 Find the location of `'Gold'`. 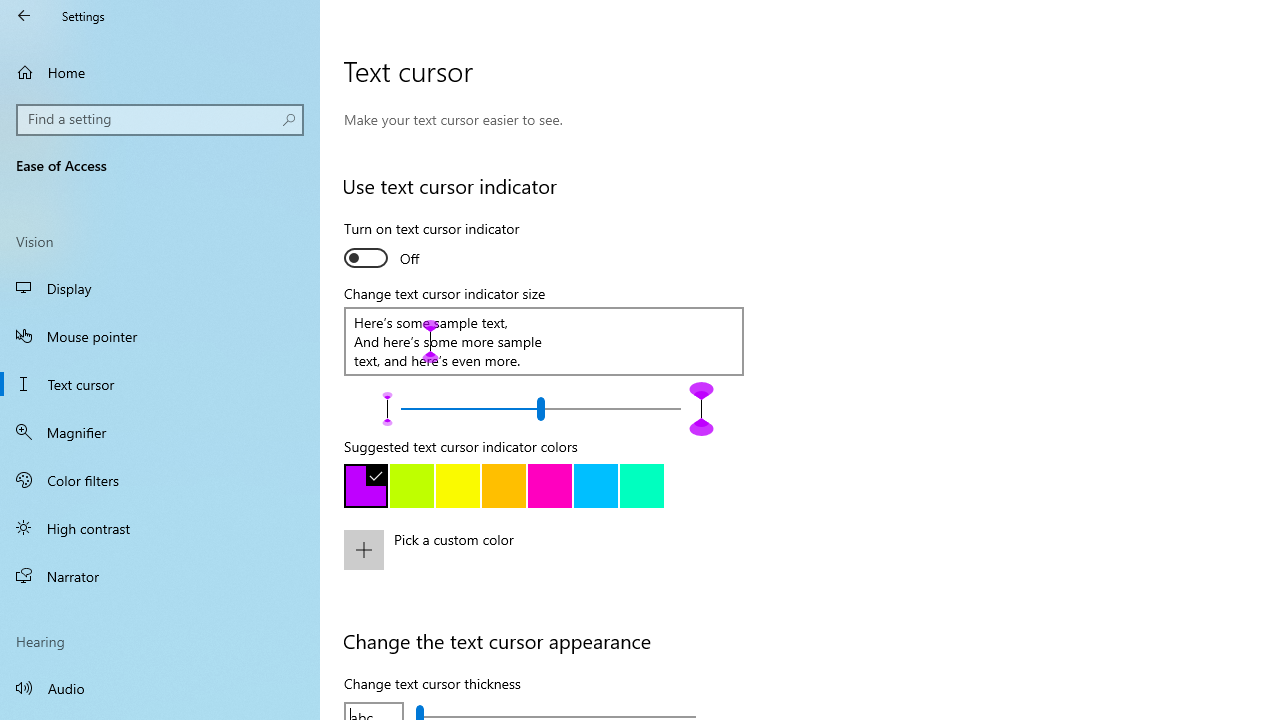

'Gold' is located at coordinates (504, 486).